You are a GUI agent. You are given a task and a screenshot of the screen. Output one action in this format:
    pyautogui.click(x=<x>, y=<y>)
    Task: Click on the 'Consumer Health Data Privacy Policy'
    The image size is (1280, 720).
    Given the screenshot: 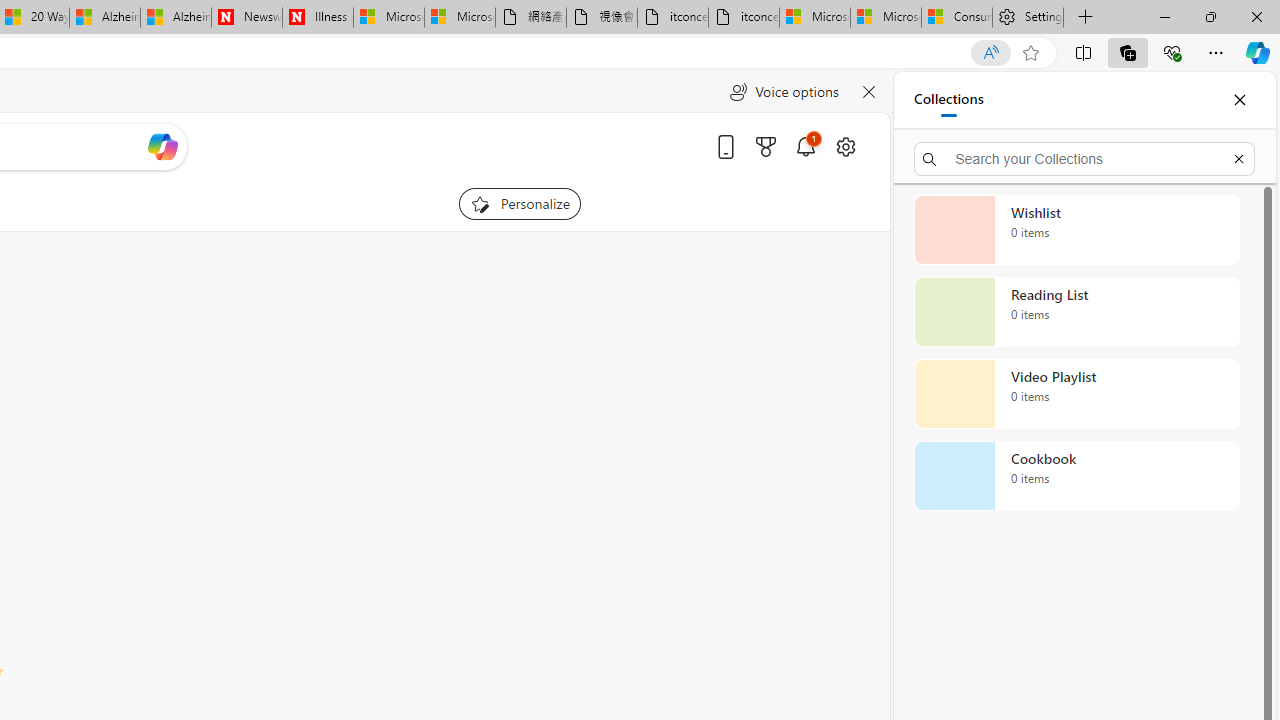 What is the action you would take?
    pyautogui.click(x=955, y=17)
    